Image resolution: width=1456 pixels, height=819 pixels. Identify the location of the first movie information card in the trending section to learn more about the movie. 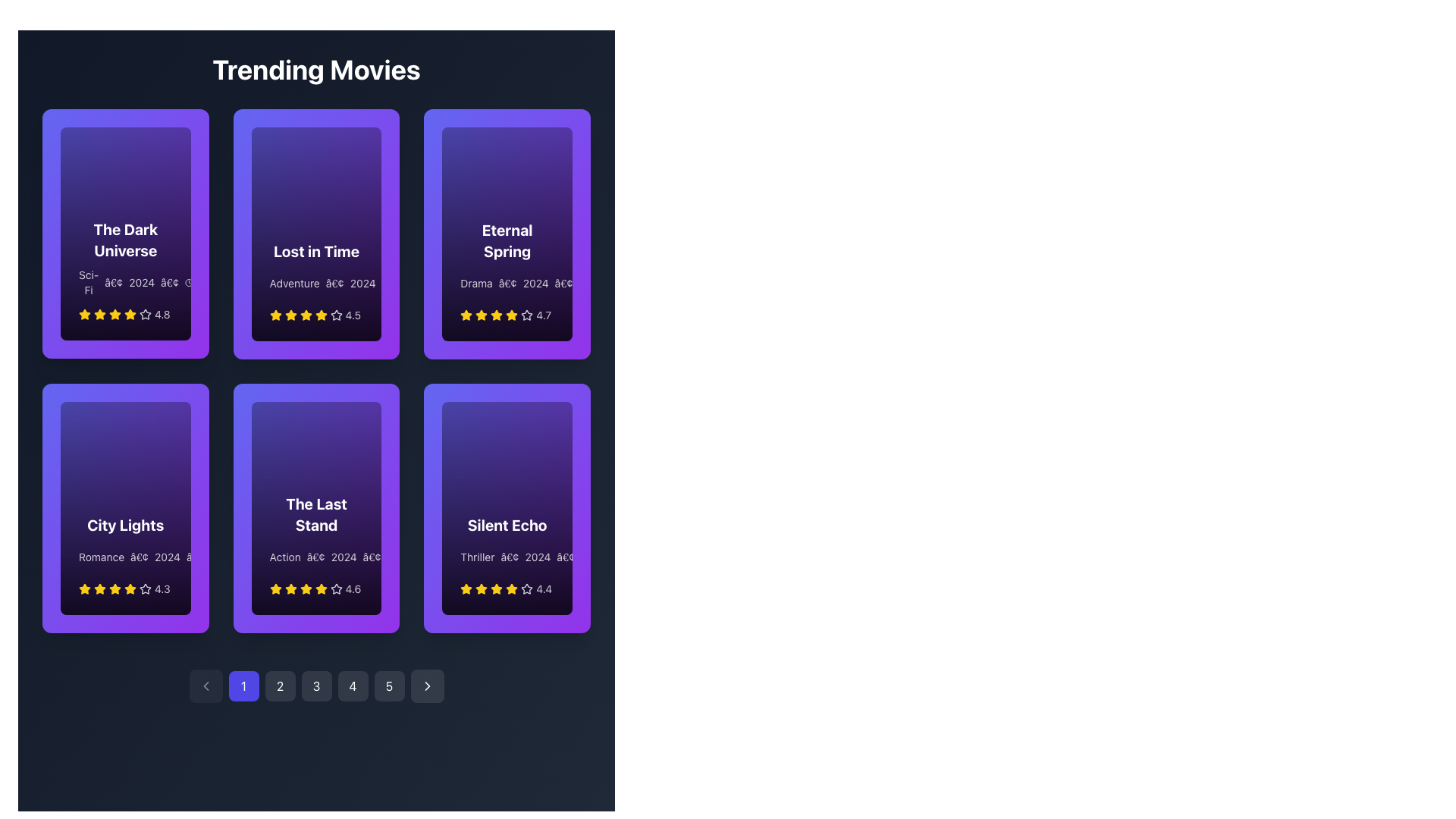
(125, 234).